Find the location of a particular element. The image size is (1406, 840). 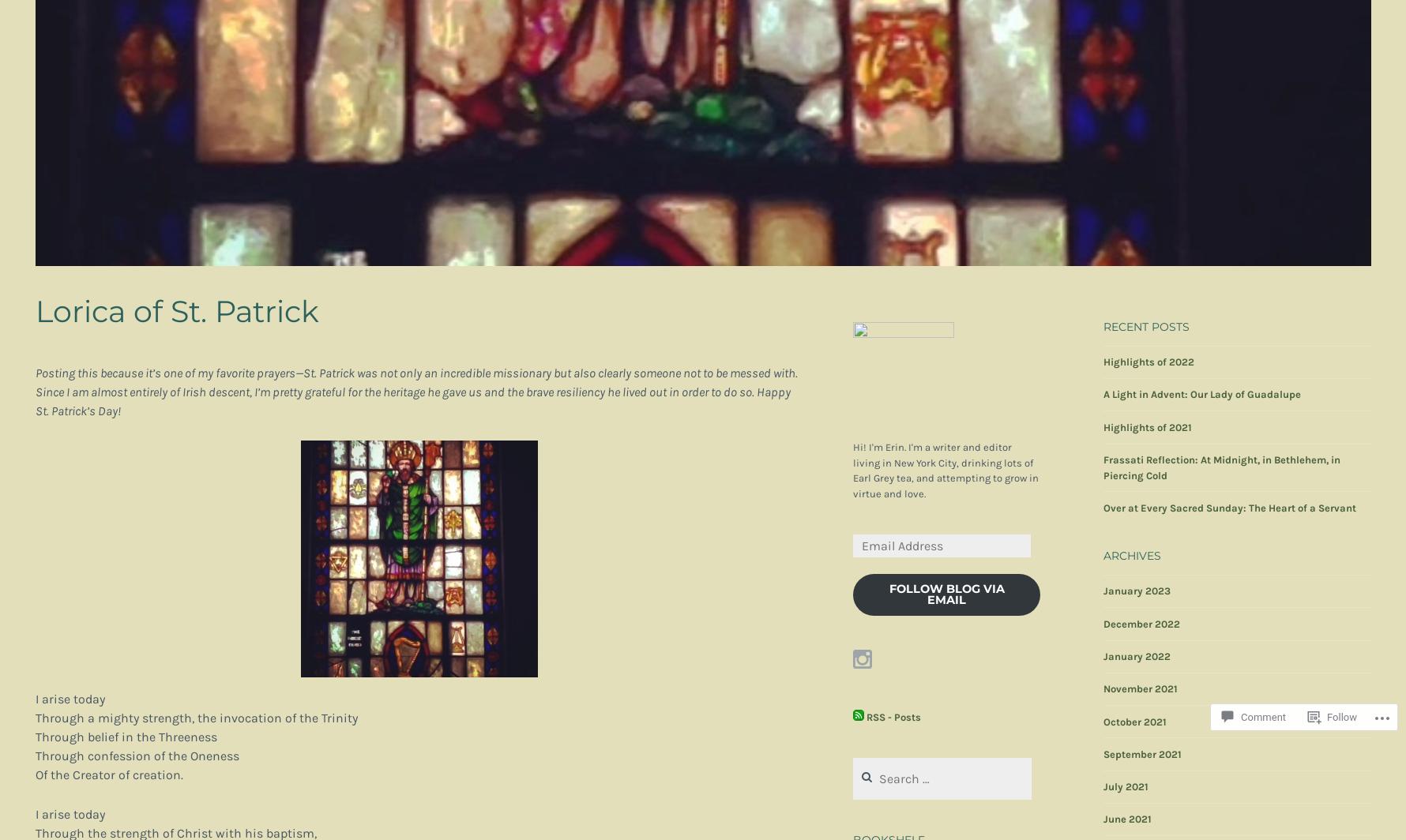

'January 2022' is located at coordinates (1136, 656).